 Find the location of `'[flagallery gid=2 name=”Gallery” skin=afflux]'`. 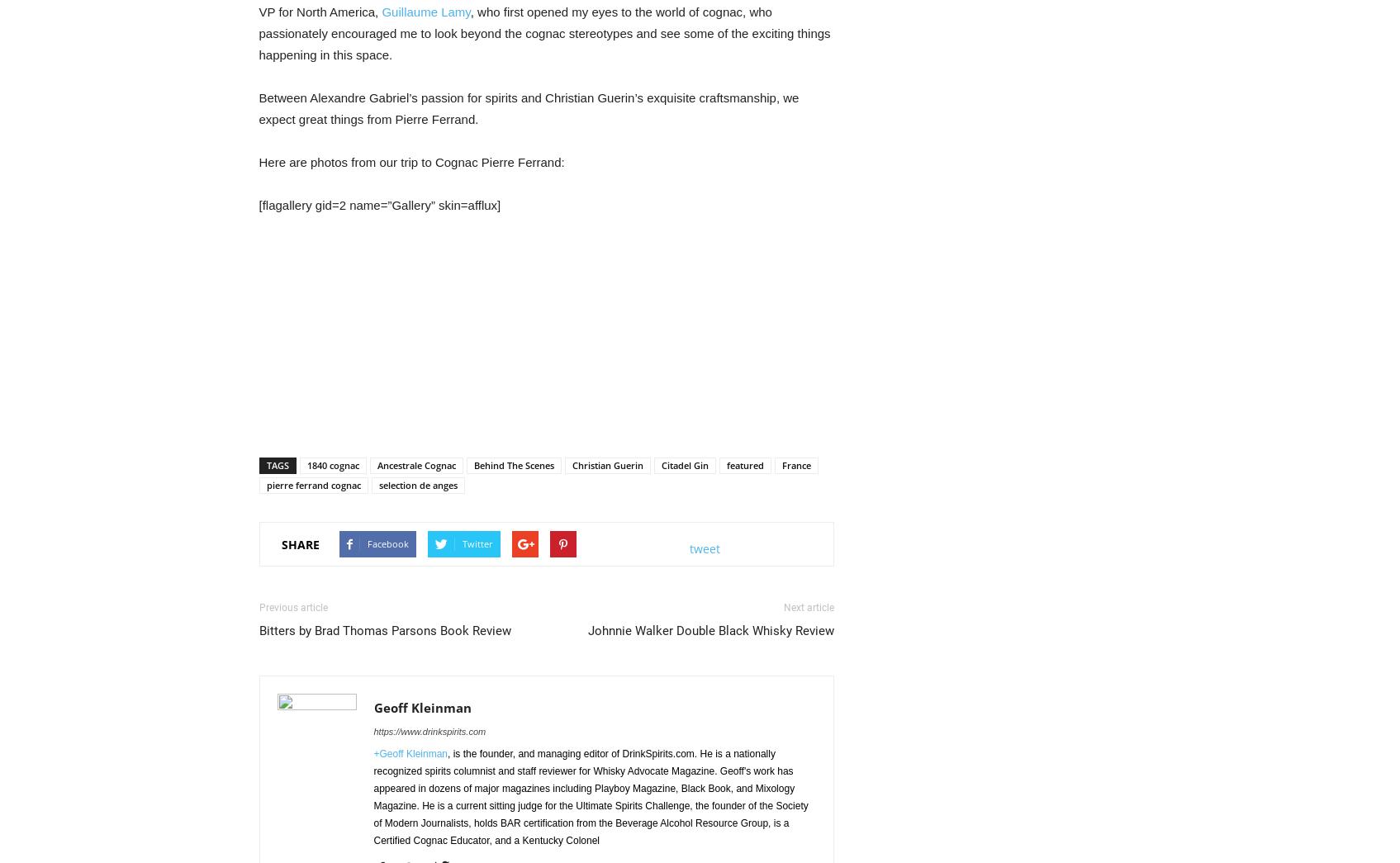

'[flagallery gid=2 name=”Gallery” skin=afflux]' is located at coordinates (378, 204).